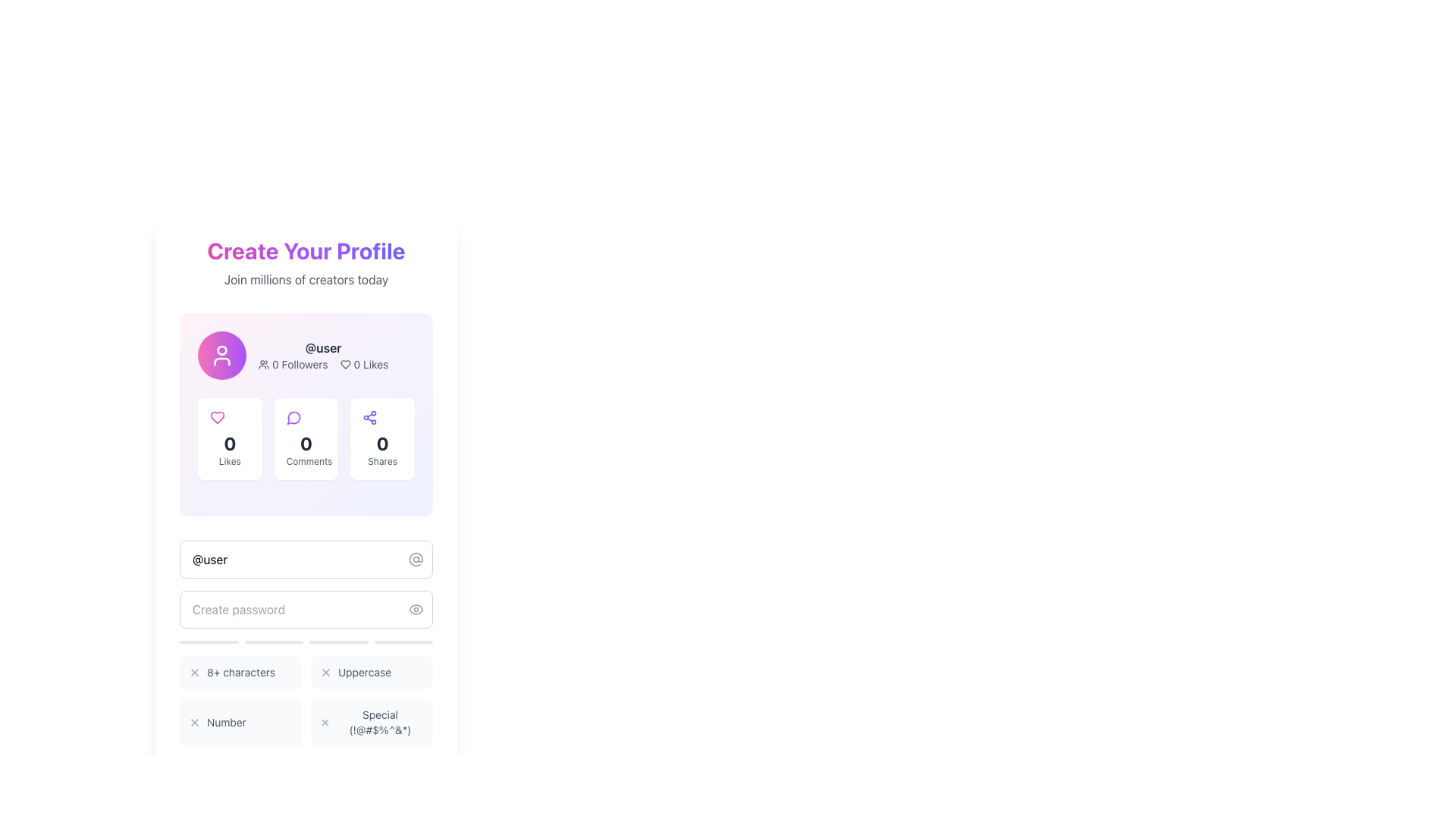  I want to click on the disabled button labeled 'Secure Your Account' located at the bottom of the 'Create Your Profile' section, which is currently inactive and muted in color, so click(305, 792).